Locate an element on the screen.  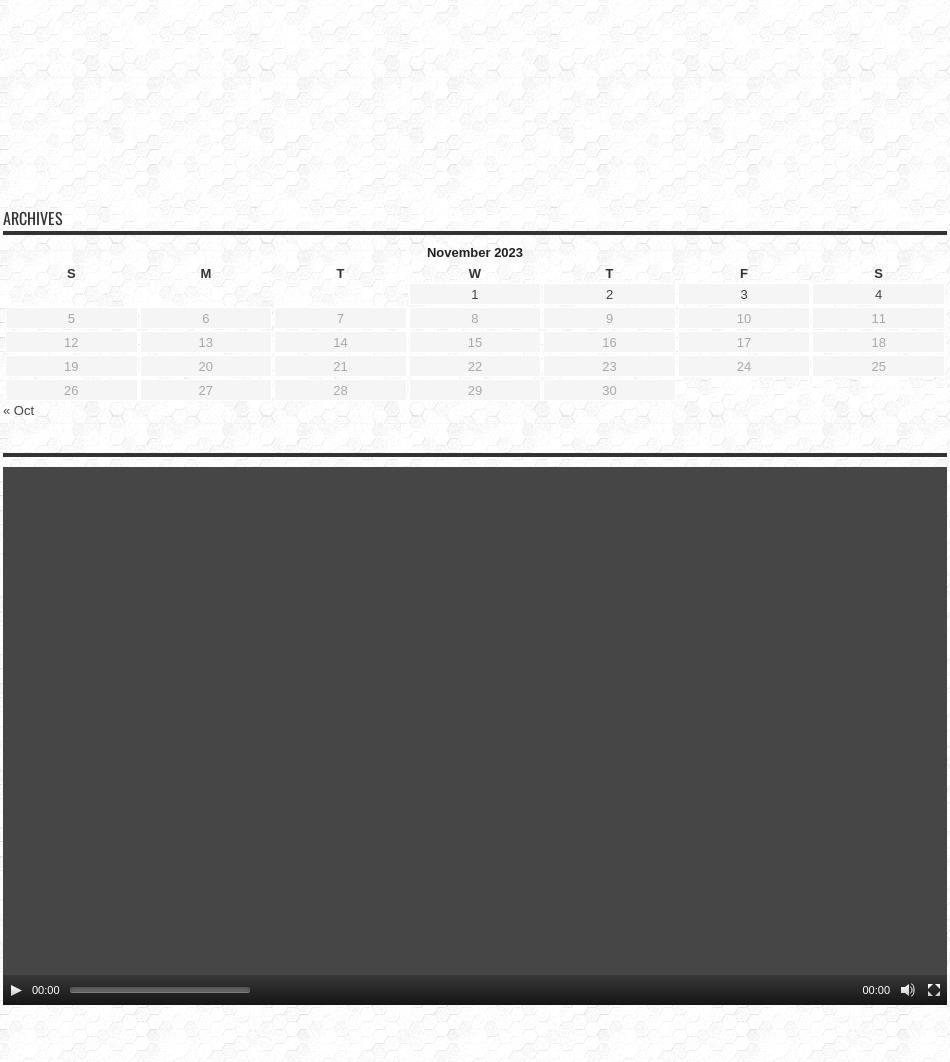
'14' is located at coordinates (339, 309).